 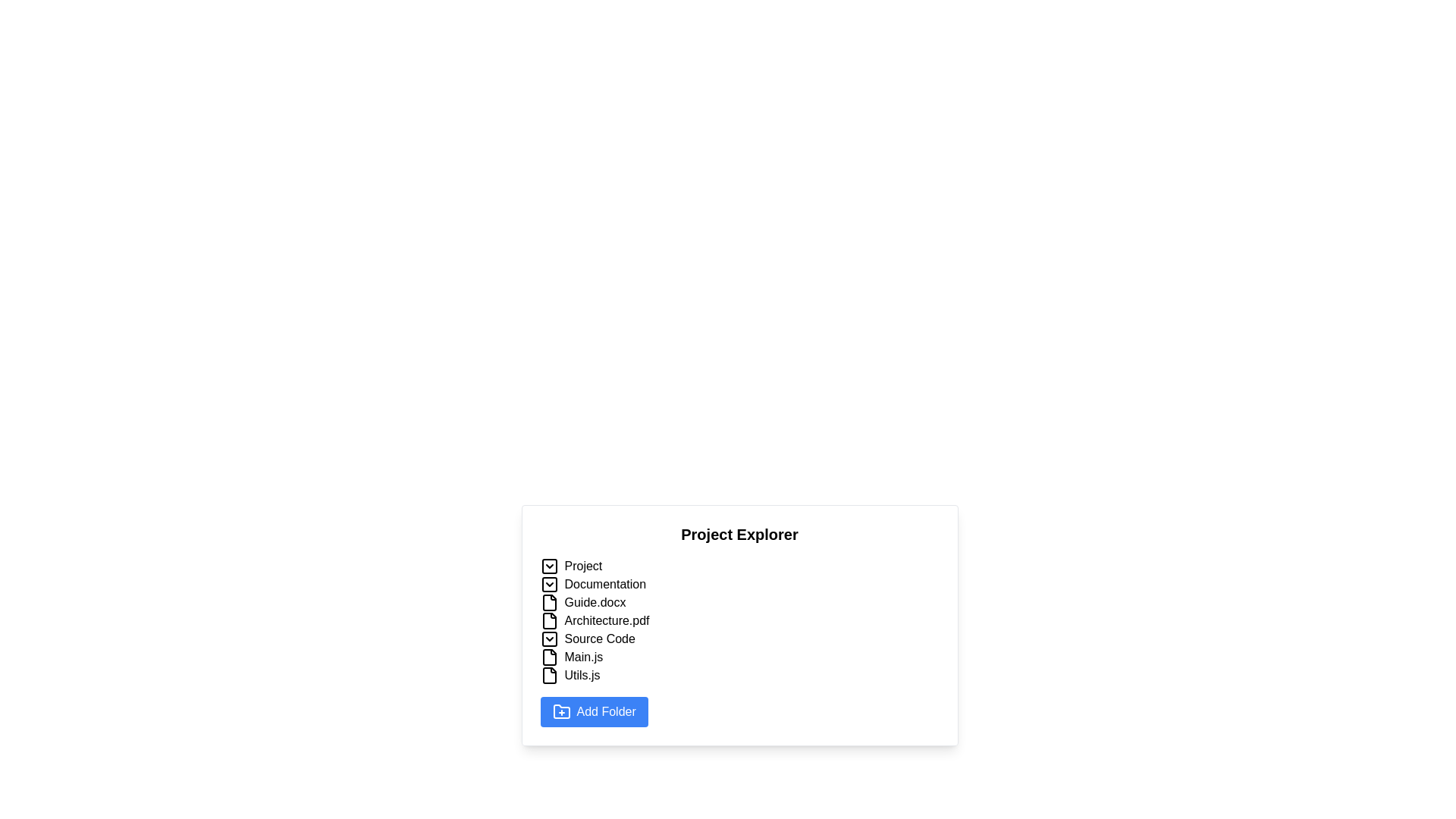 I want to click on the 'Project Explorer' text label, so click(x=739, y=534).